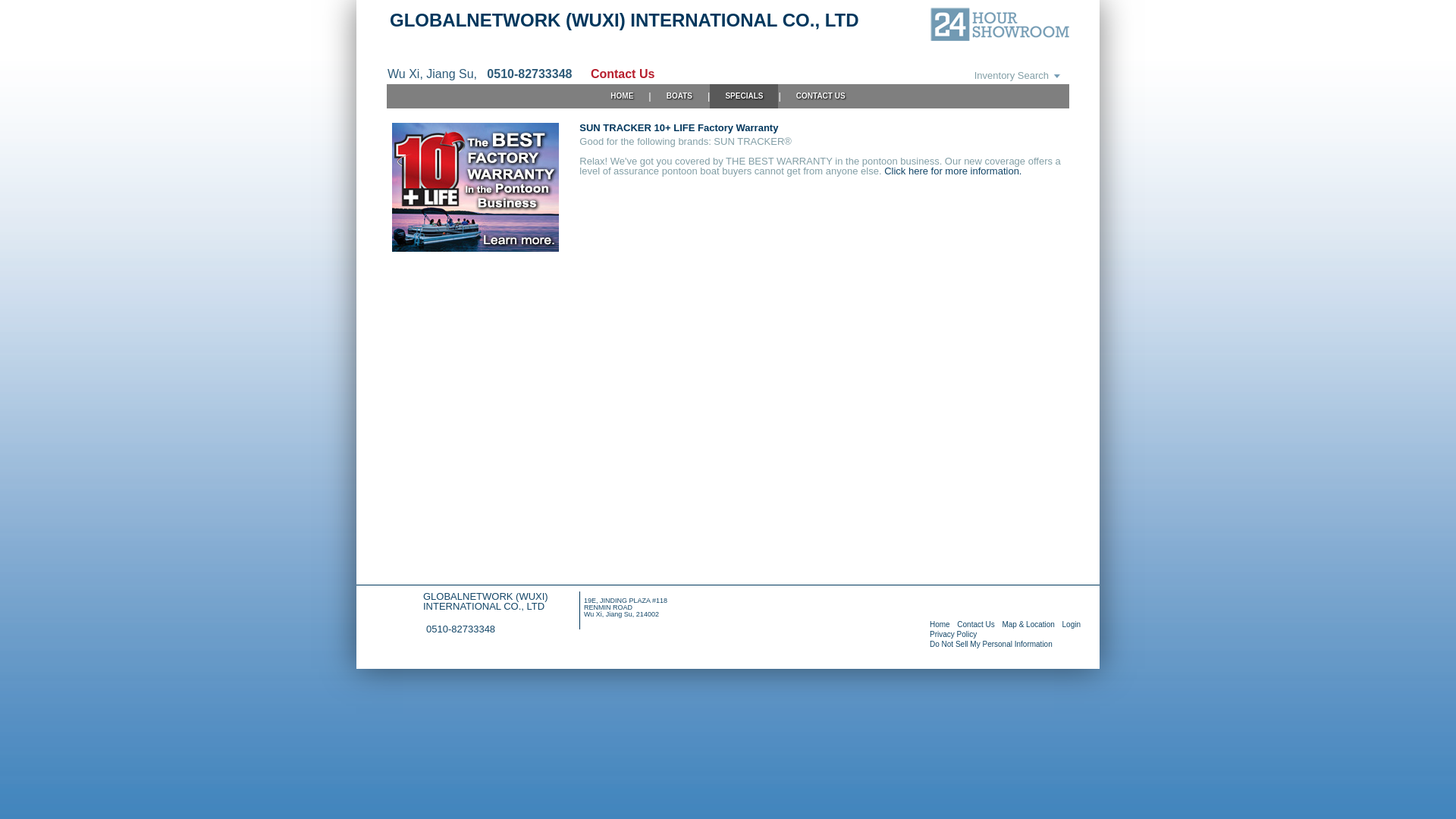 Image resolution: width=1456 pixels, height=819 pixels. I want to click on 'BOATS', so click(679, 96).